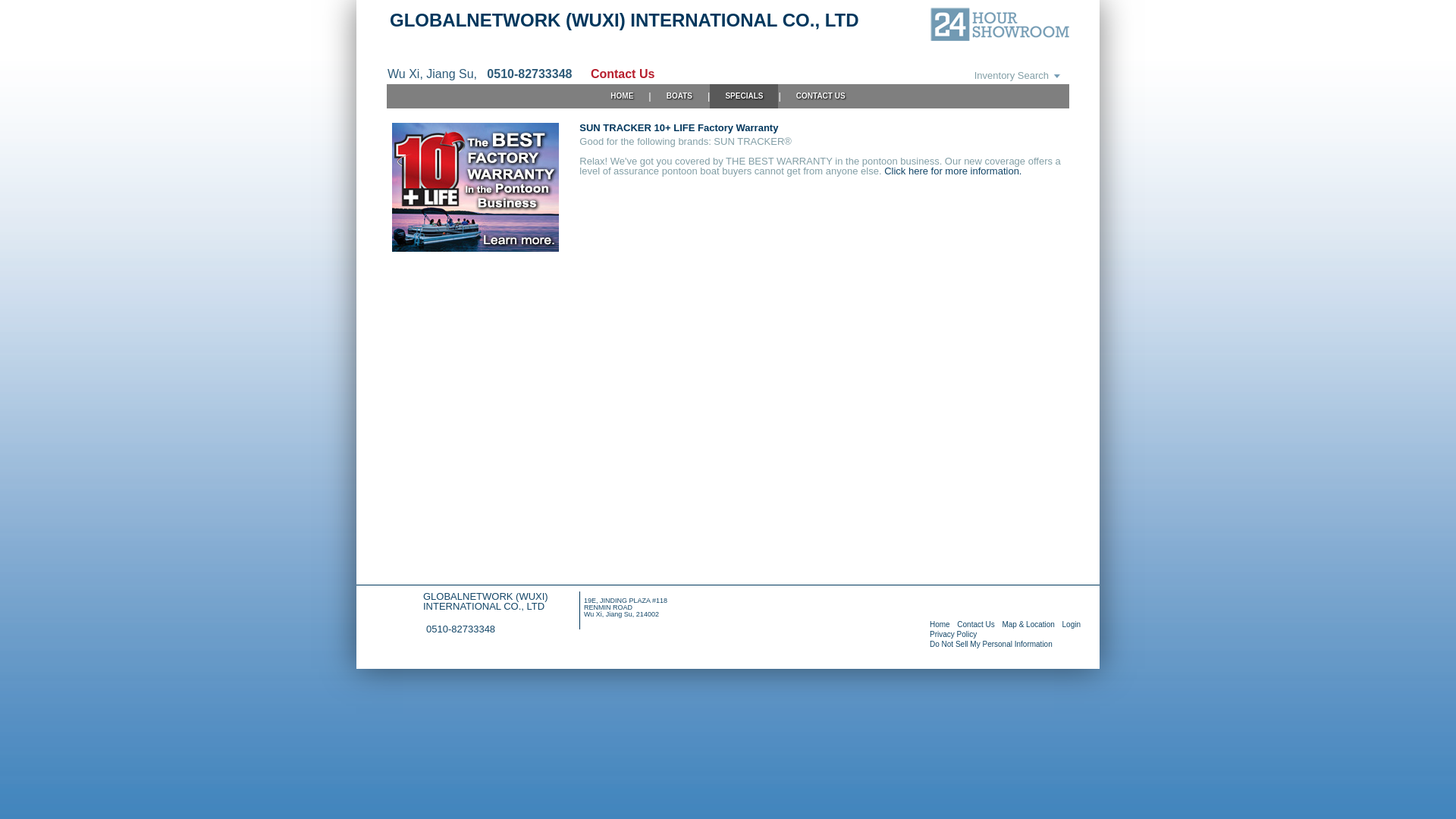 Image resolution: width=1456 pixels, height=819 pixels. I want to click on 'BOATS', so click(679, 96).